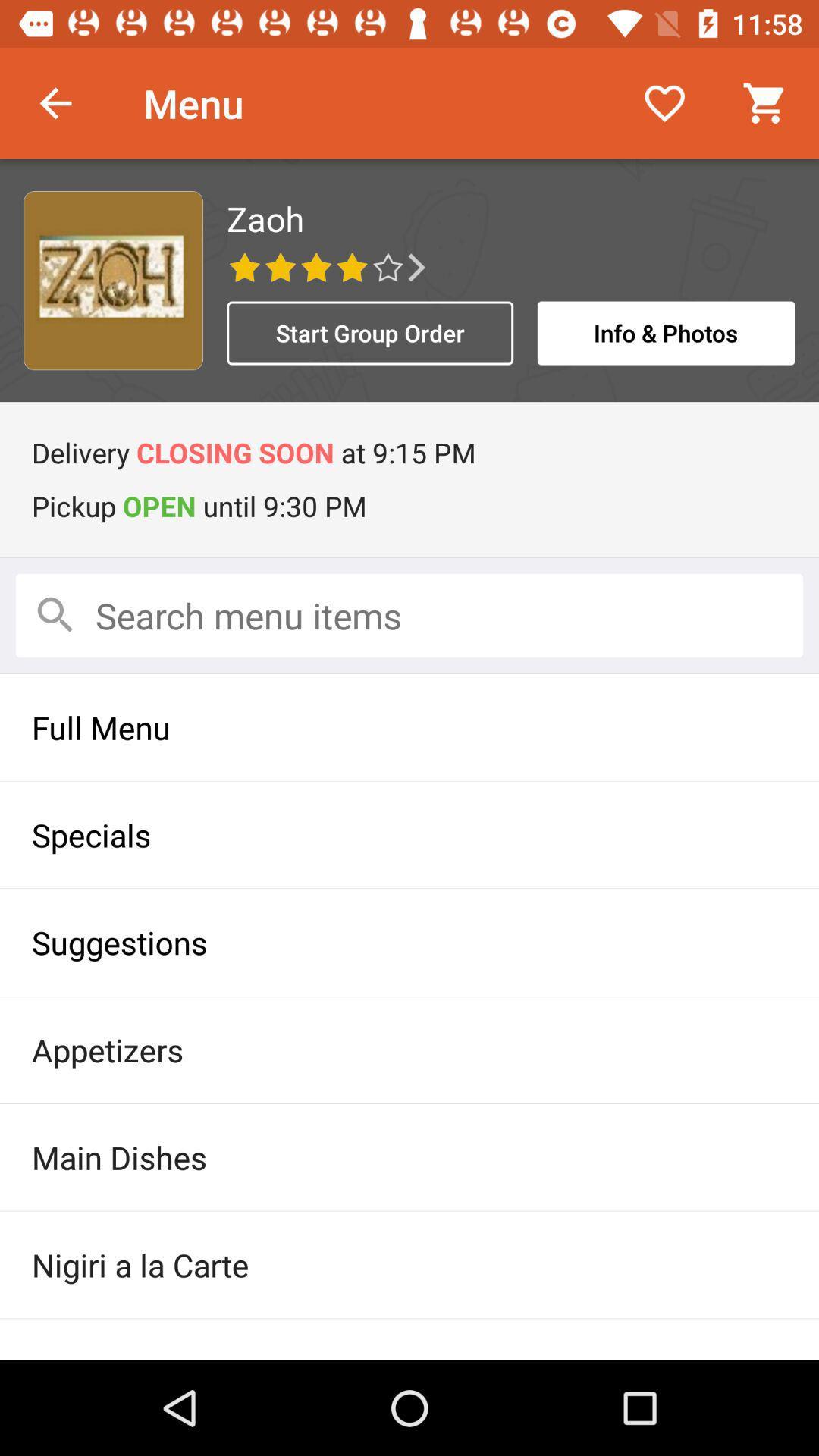 This screenshot has height=1456, width=819. Describe the element at coordinates (370, 332) in the screenshot. I see `start group order icon` at that location.